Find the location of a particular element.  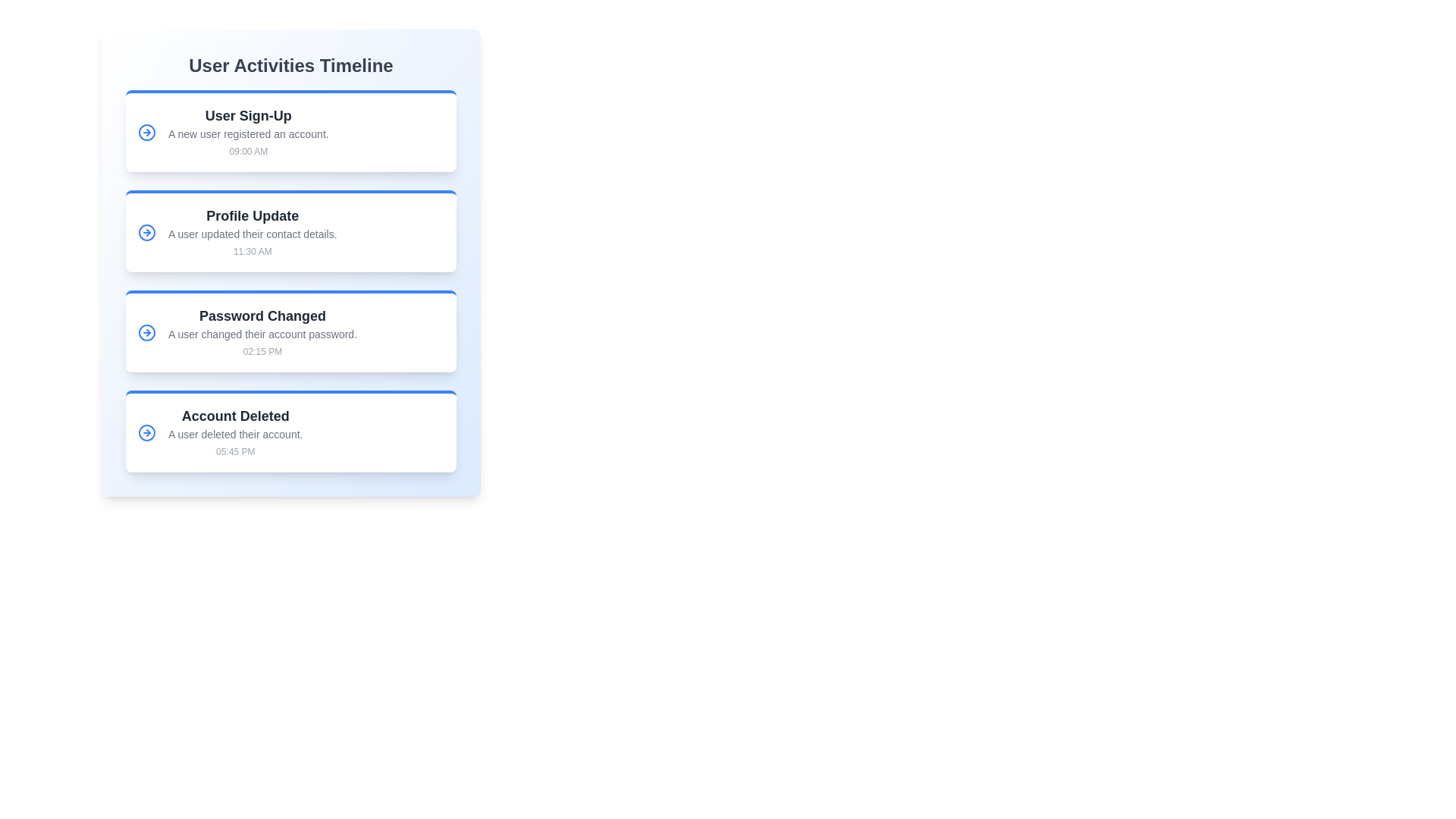

the text label that states 'A new user registered an account.' which is located below the 'User Sign-Up' header is located at coordinates (248, 133).